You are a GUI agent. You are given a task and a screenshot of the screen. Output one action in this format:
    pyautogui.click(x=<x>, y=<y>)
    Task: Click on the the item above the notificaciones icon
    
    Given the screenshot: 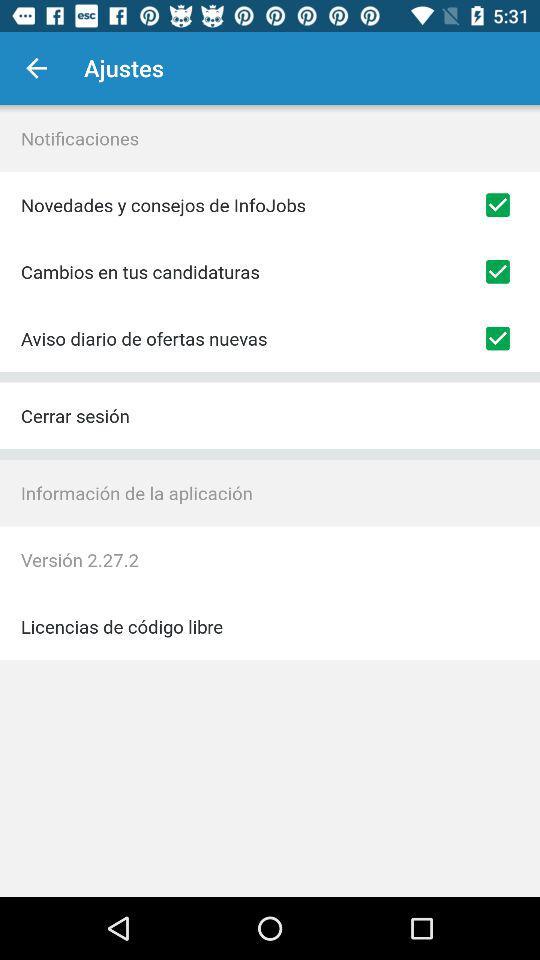 What is the action you would take?
    pyautogui.click(x=36, y=68)
    